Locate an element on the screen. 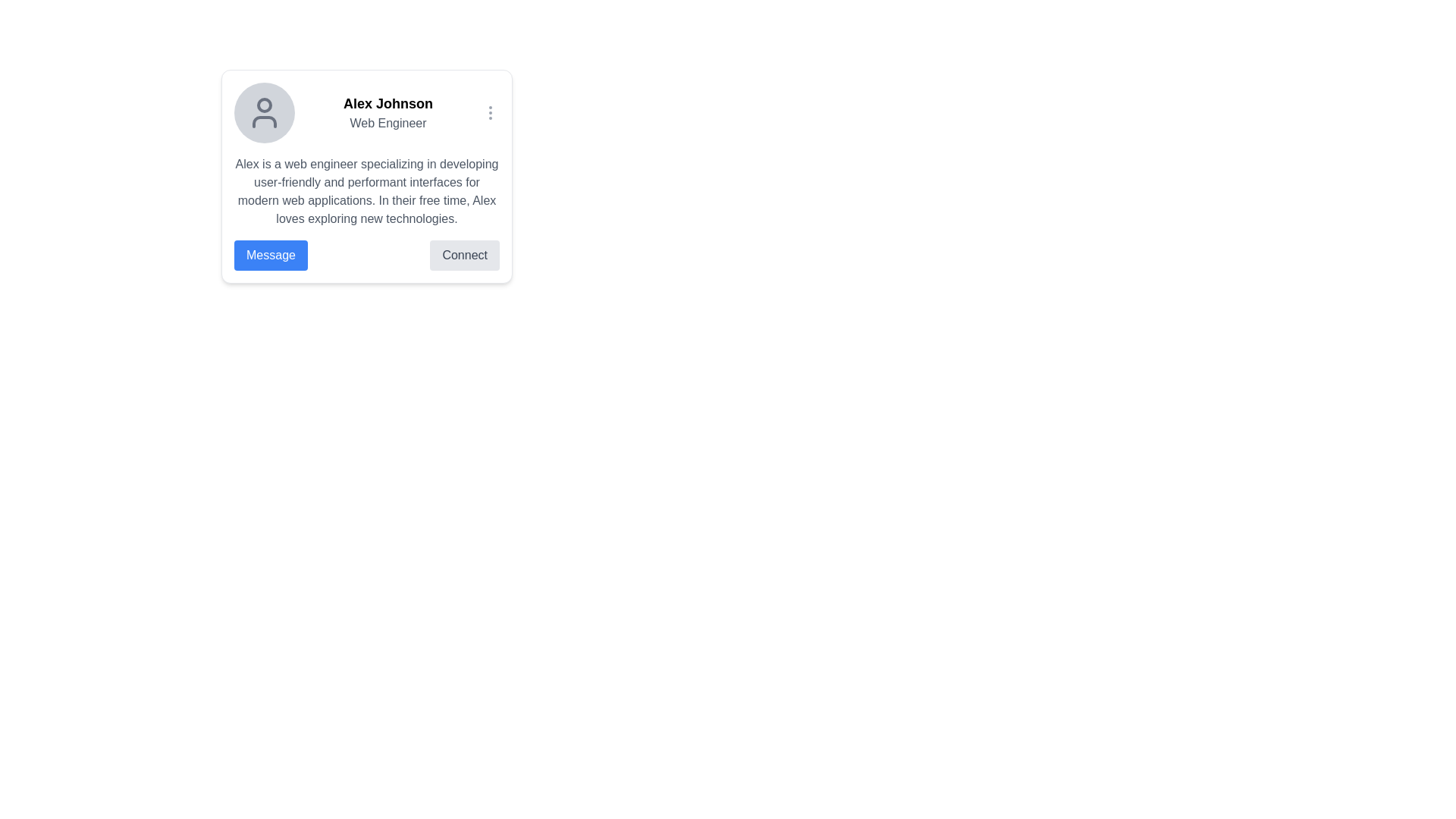  the text label displaying the name 'Alex Johnson', which is positioned above the text 'Web Engineer' in the card layout is located at coordinates (388, 103).